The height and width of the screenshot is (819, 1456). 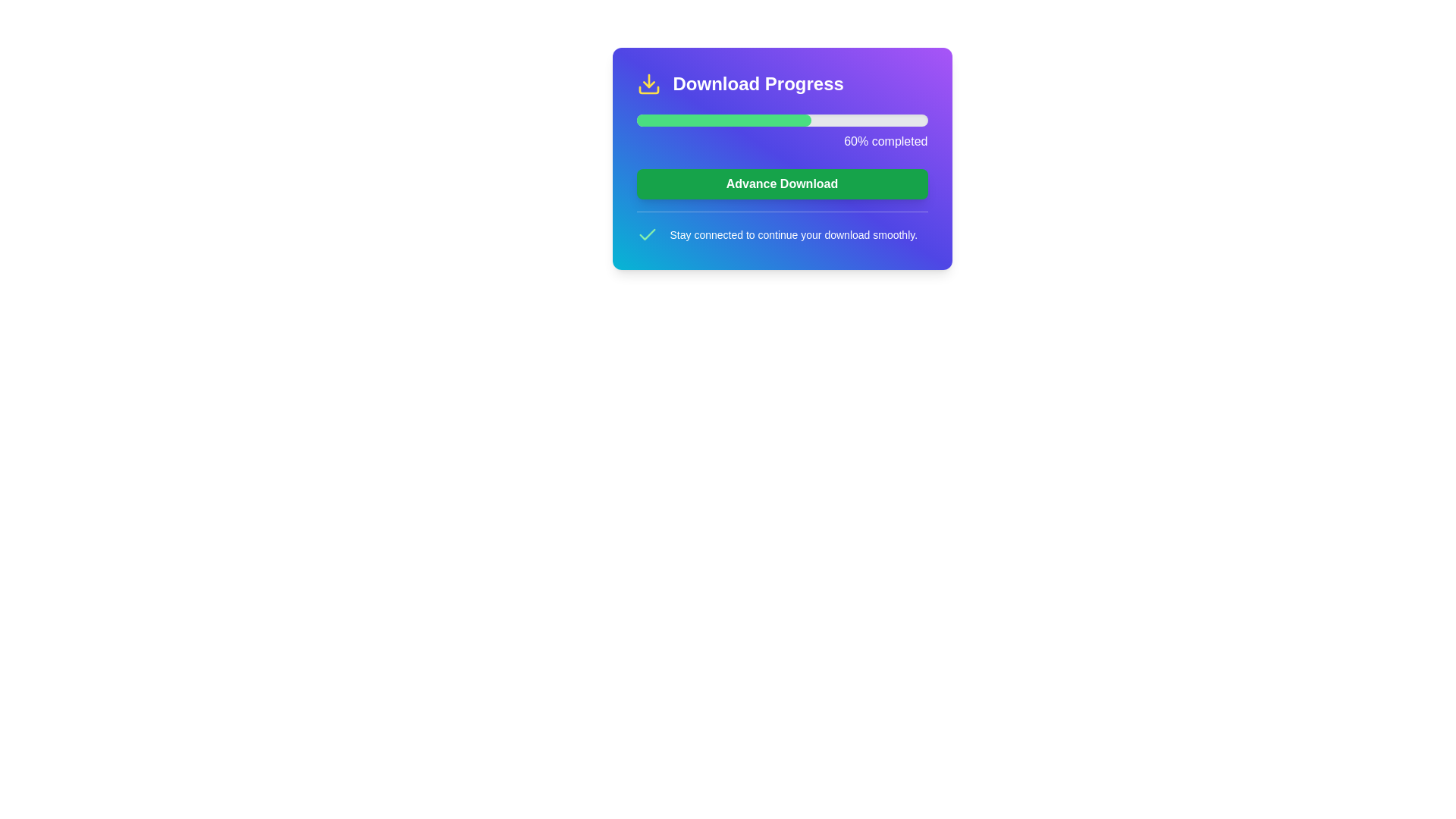 I want to click on the button located below the progress bar and above the text 'Stay connected, so click(x=782, y=184).